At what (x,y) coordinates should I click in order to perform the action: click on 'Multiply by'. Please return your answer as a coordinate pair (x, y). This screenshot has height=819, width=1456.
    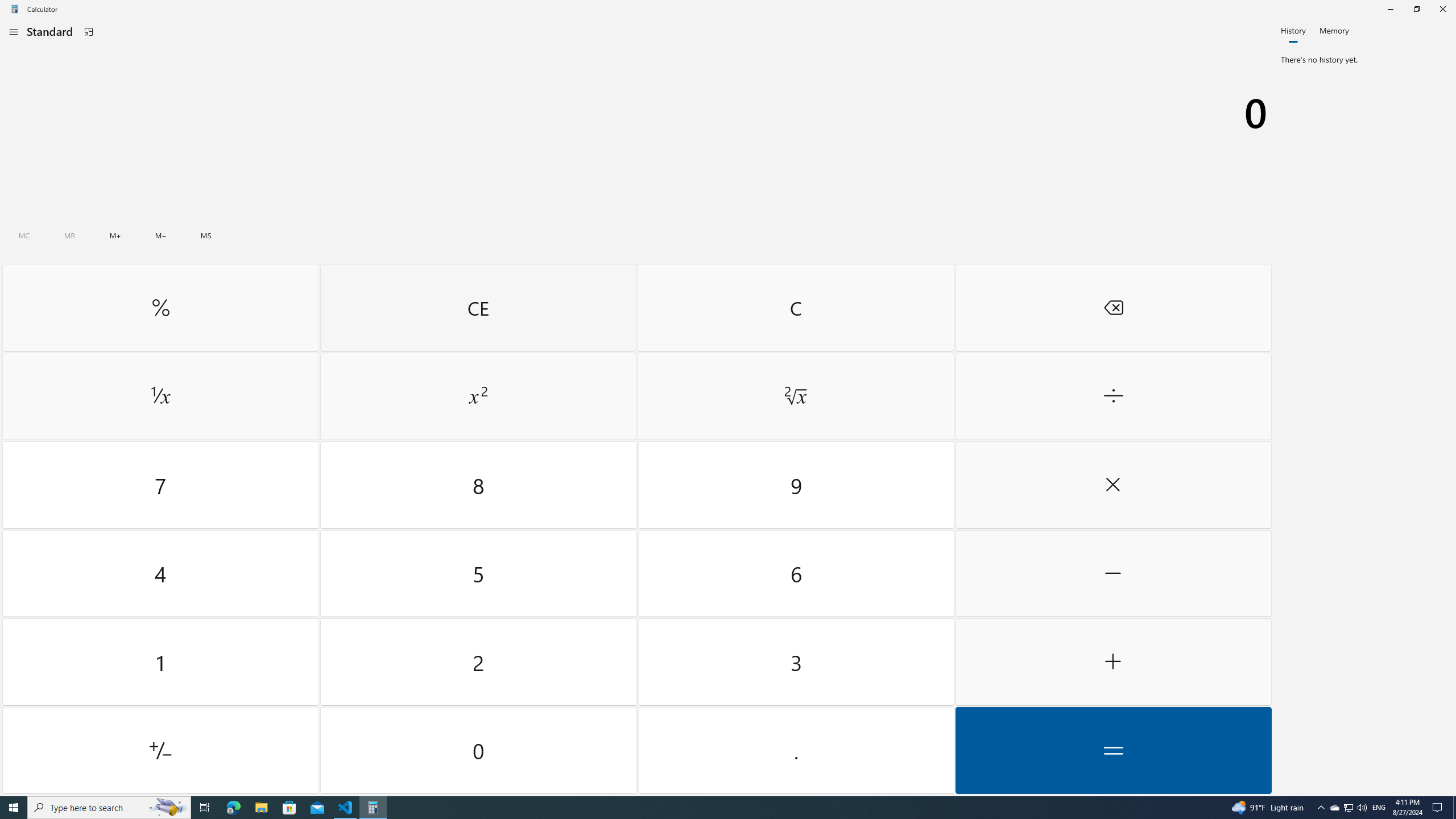
    Looking at the image, I should click on (1112, 485).